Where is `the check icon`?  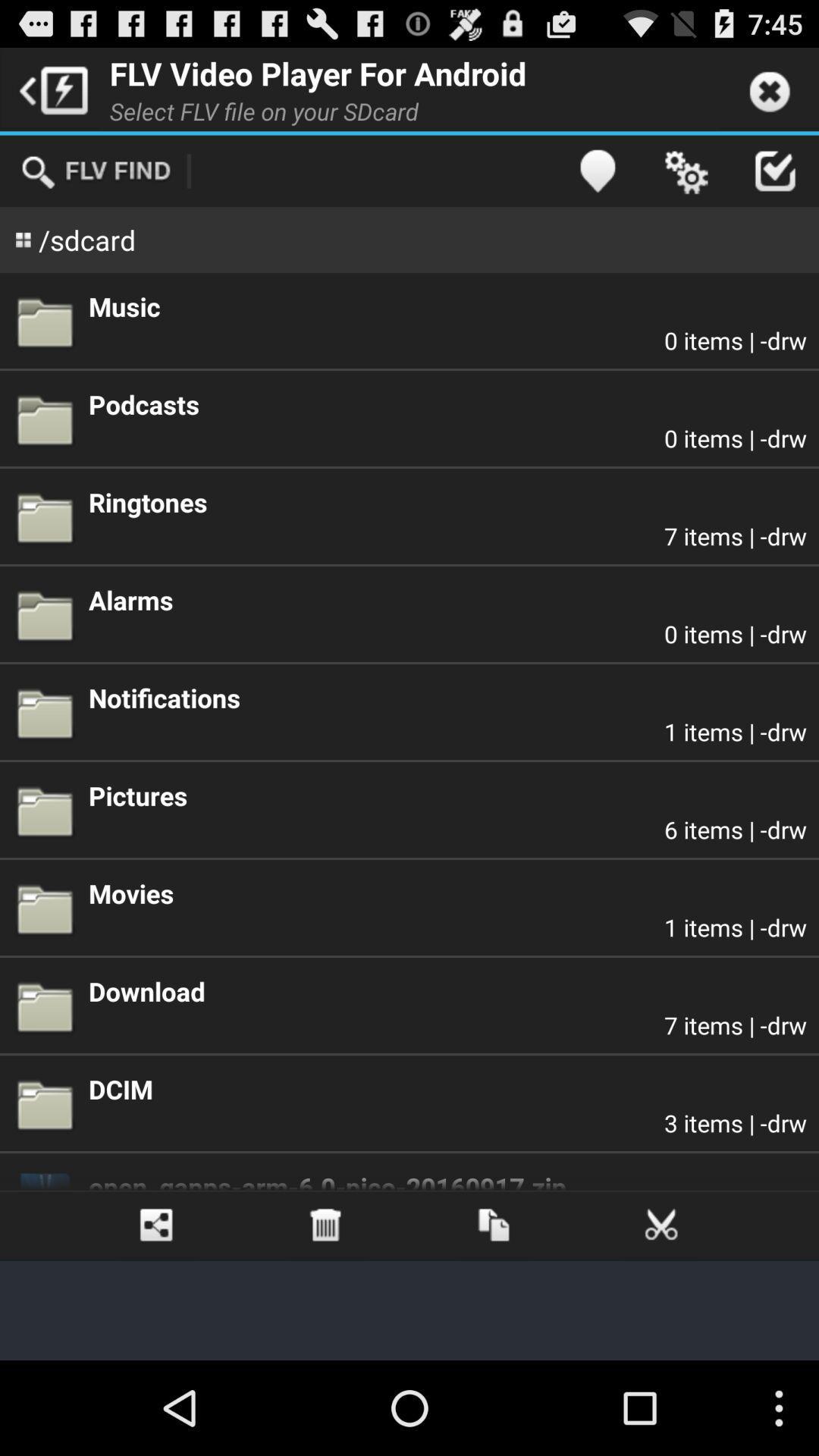
the check icon is located at coordinates (774, 182).